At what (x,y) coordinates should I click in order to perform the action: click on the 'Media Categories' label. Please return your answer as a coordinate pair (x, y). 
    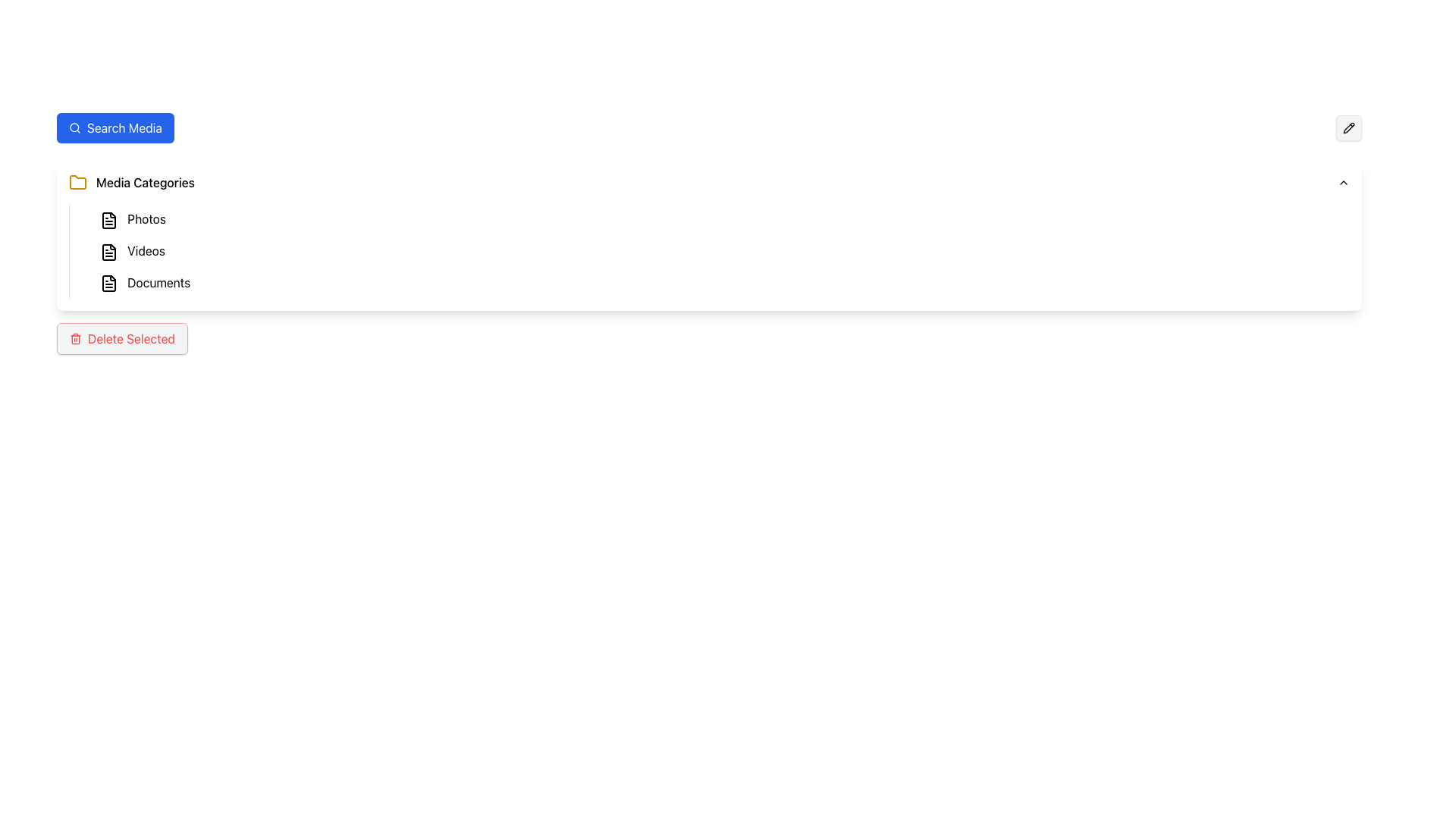
    Looking at the image, I should click on (131, 181).